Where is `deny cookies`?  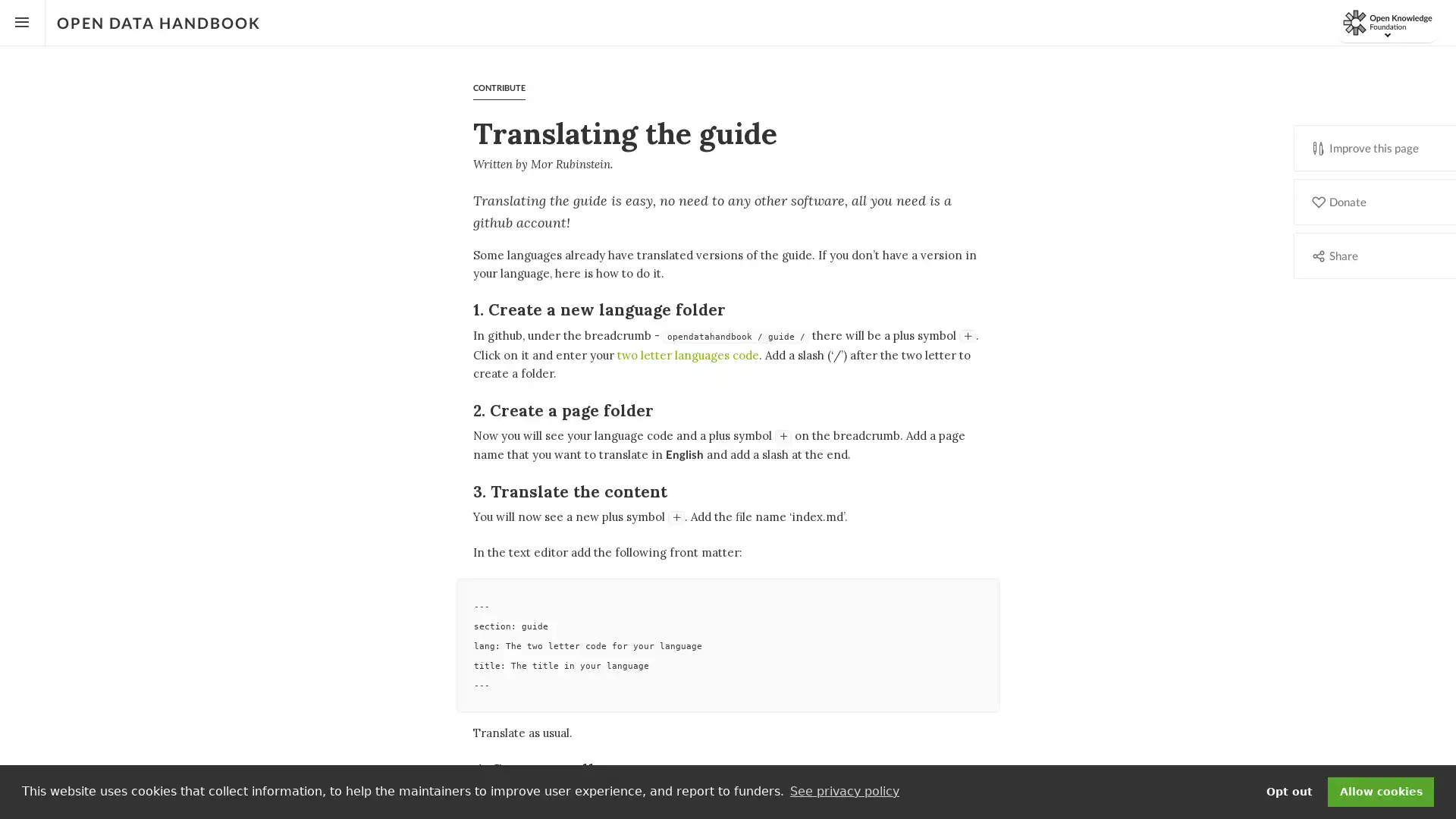 deny cookies is located at coordinates (1288, 791).